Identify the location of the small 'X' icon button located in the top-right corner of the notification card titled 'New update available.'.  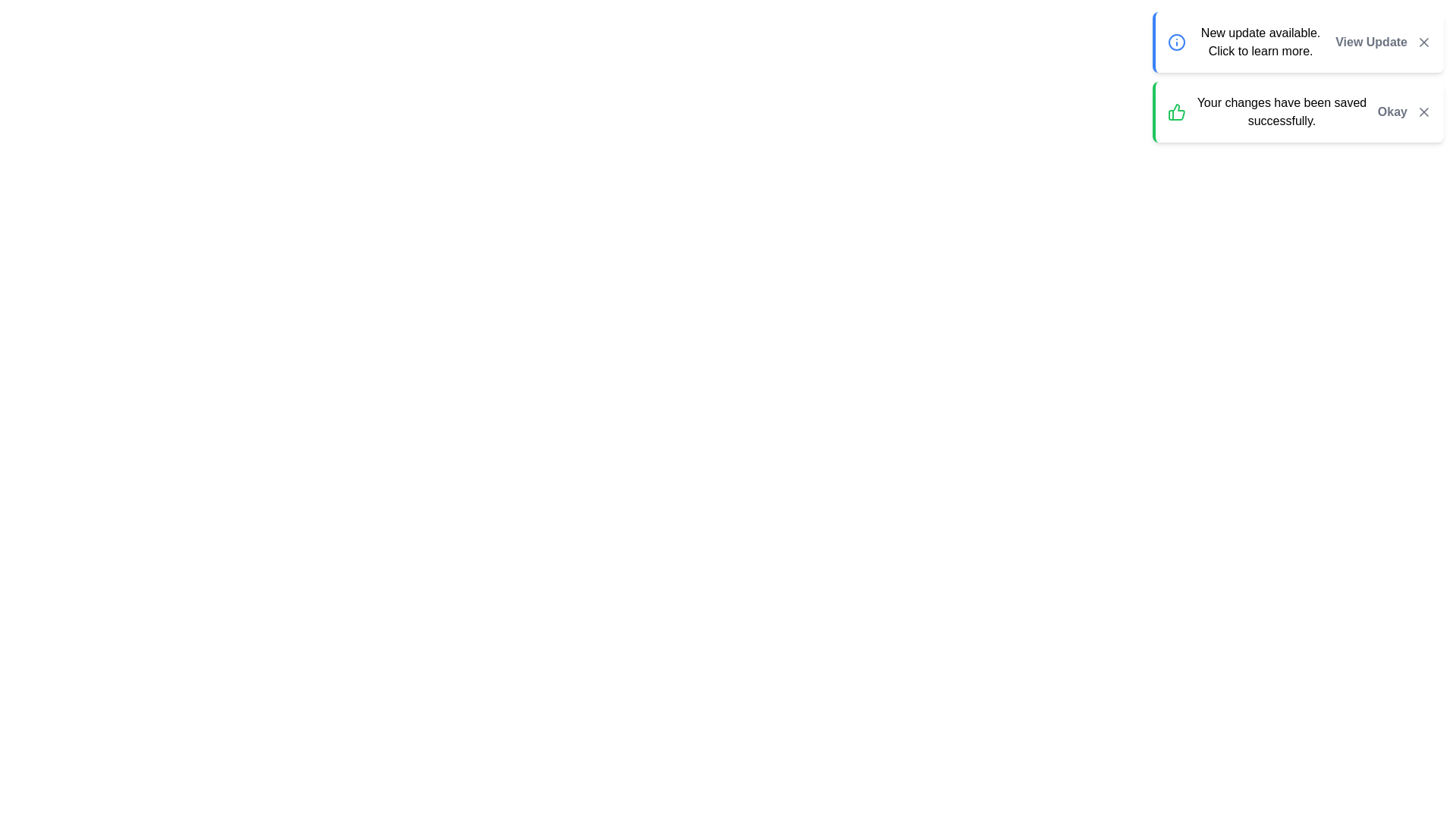
(1423, 42).